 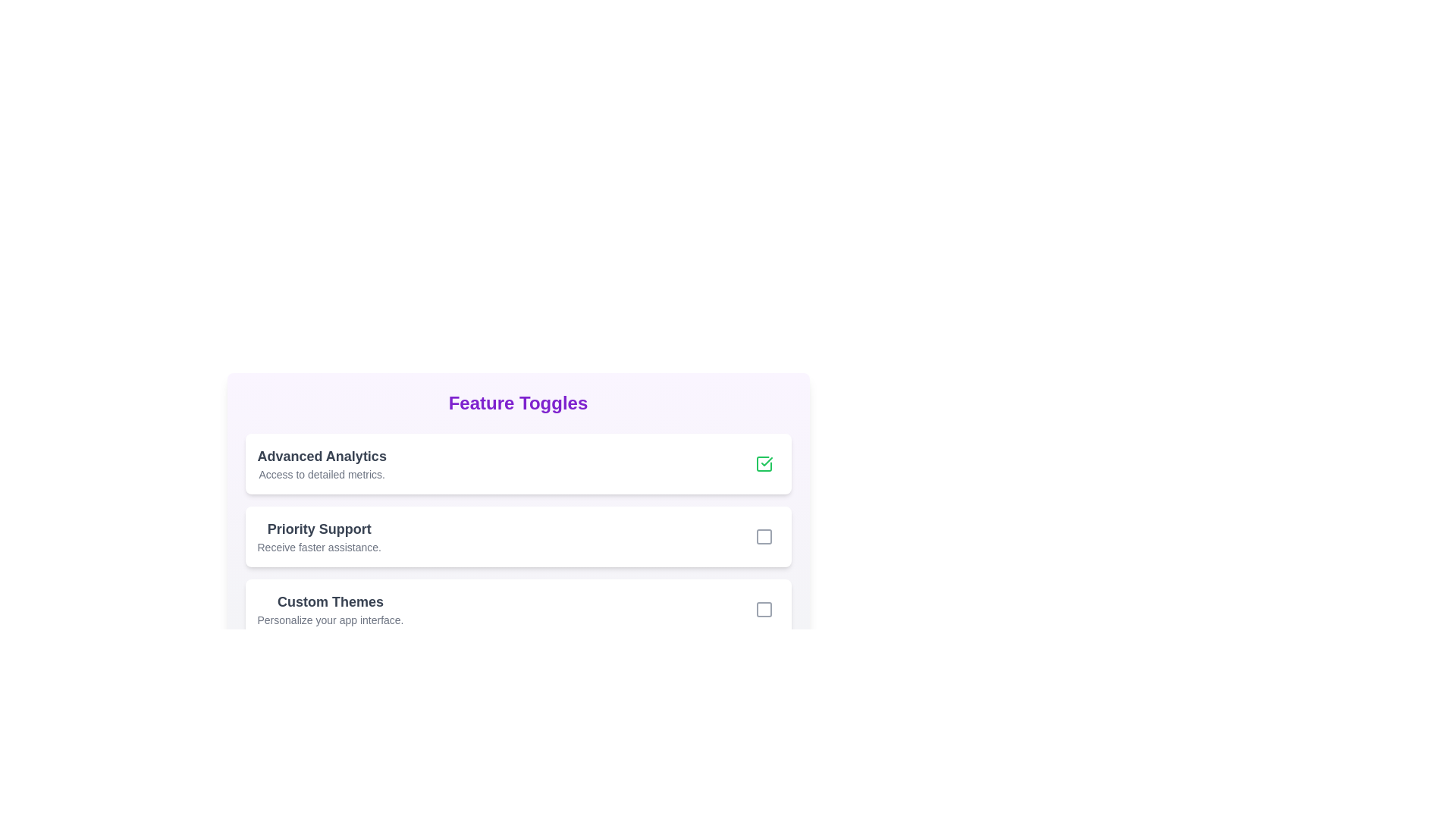 I want to click on the 'Custom Themes' static text label, which is styled in a larger bold font and dark gray color, positioned as the title of a feature description group, so click(x=330, y=601).